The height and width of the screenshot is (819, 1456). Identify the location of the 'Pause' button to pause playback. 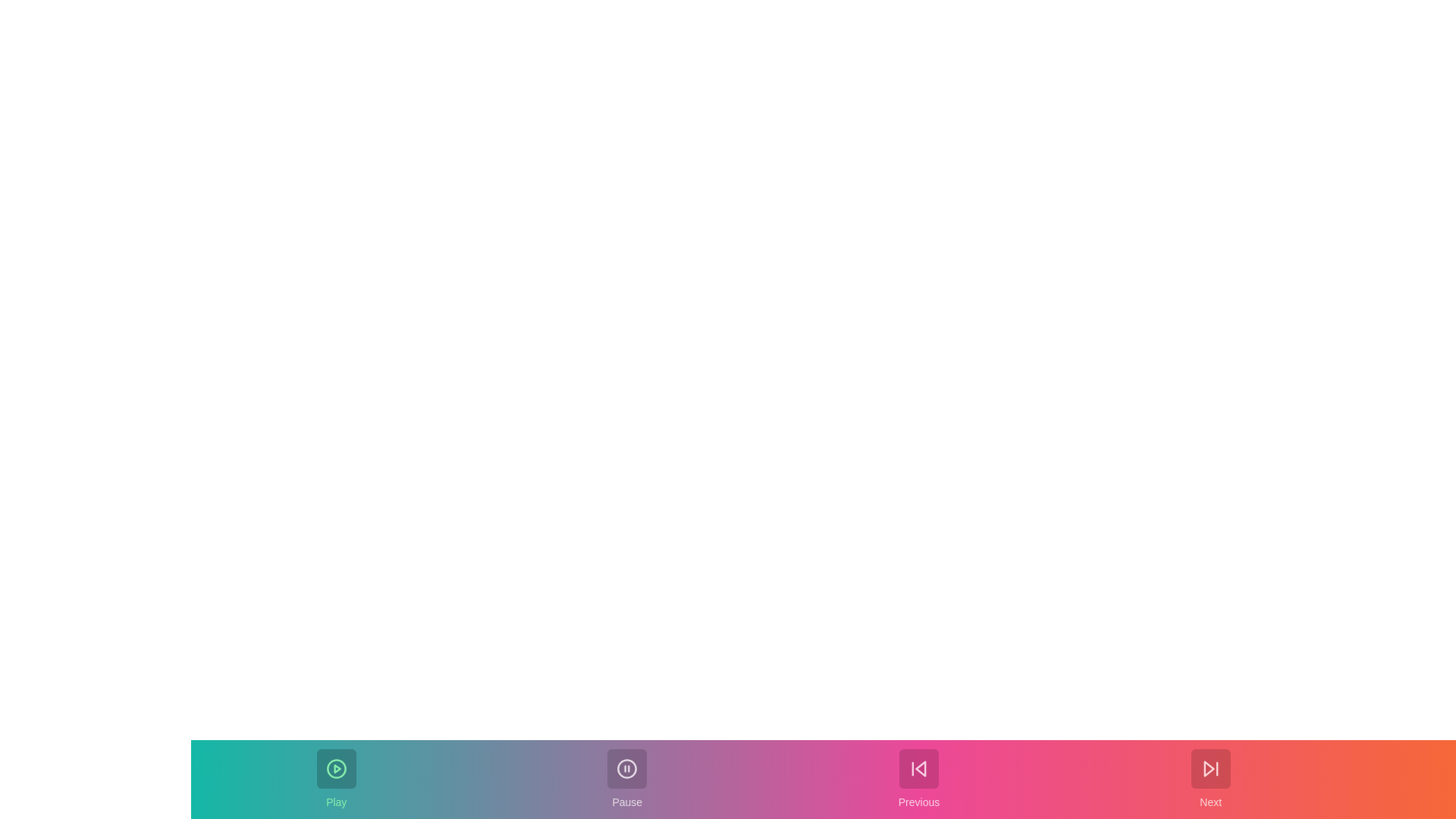
(627, 780).